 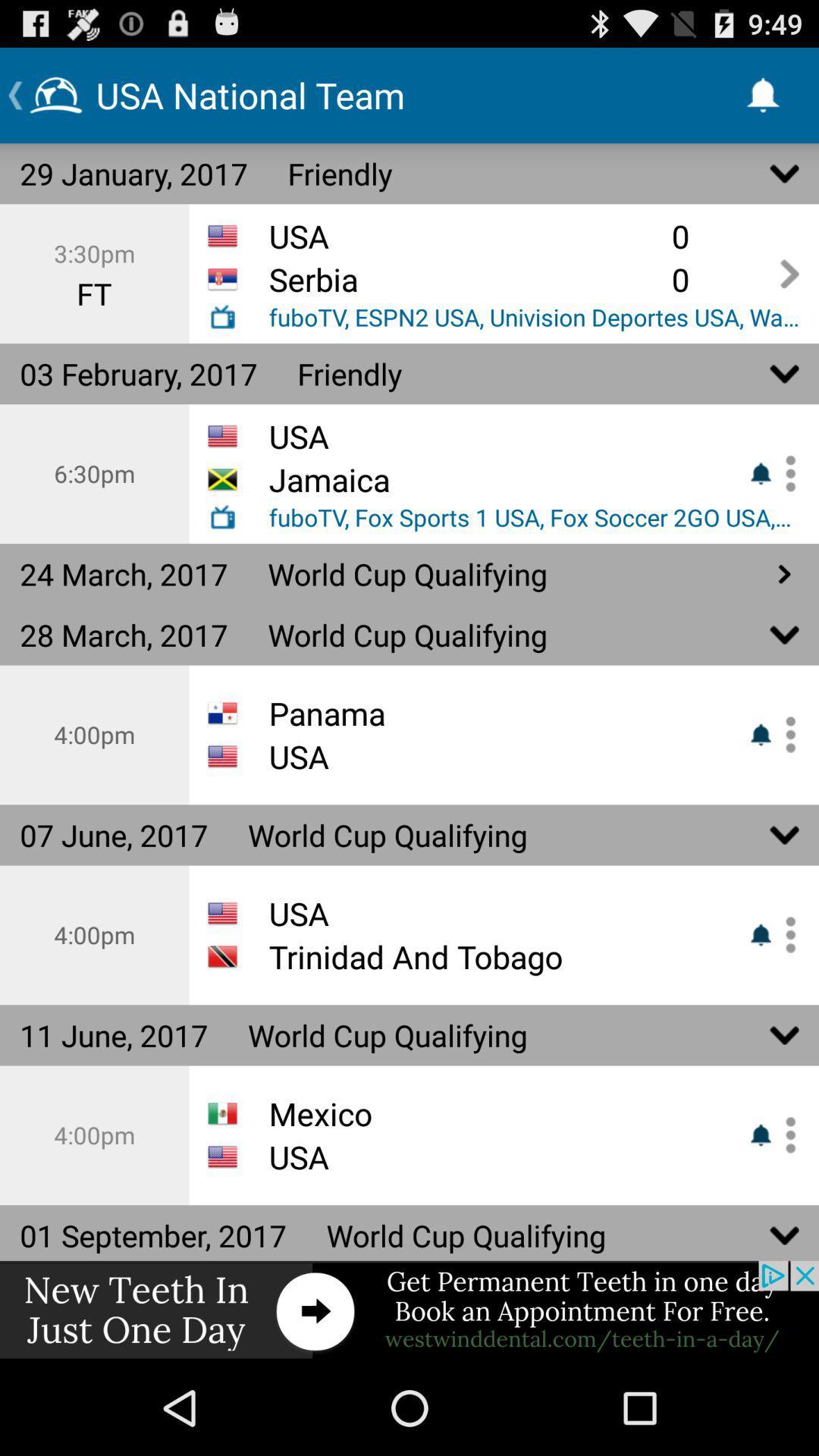 I want to click on more options, so click(x=785, y=735).